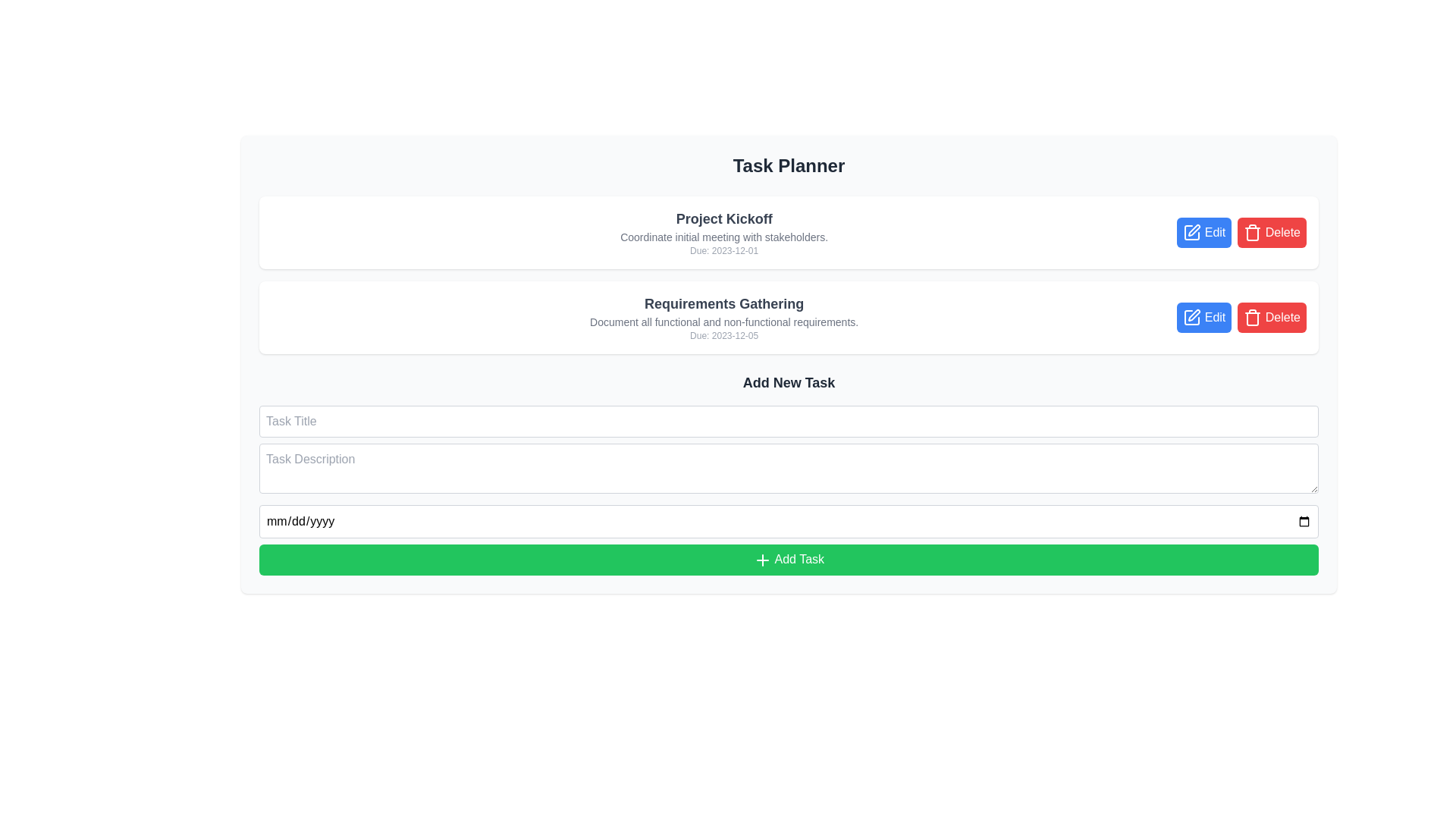 Image resolution: width=1456 pixels, height=819 pixels. What do you see at coordinates (1191, 233) in the screenshot?
I see `the pen icon inside the blue 'Edit' button` at bounding box center [1191, 233].